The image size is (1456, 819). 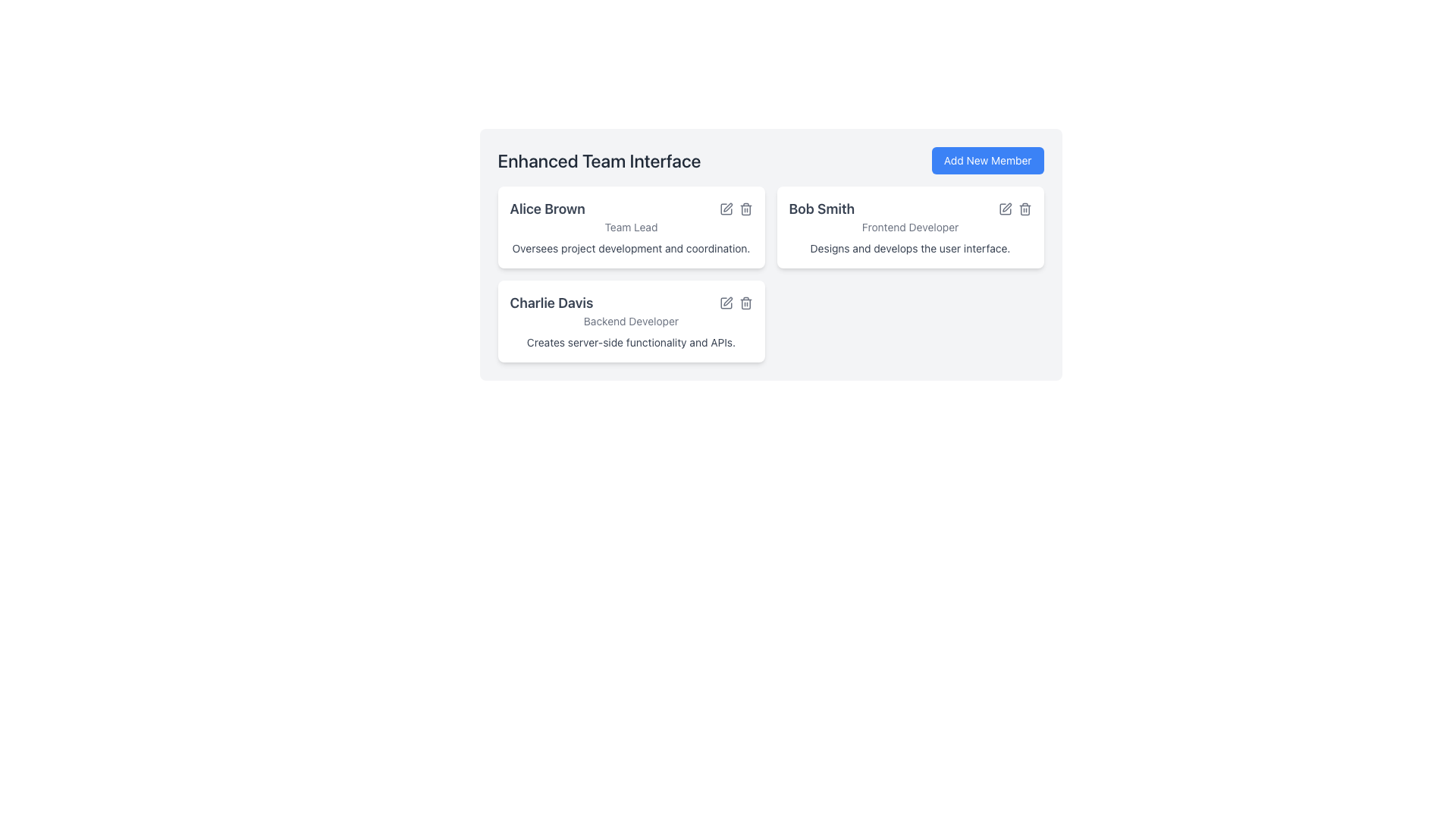 I want to click on the trash bin icon for 'Charlie Davis' located in the top-right corner of the card to trigger the visual feedback effect, so click(x=745, y=303).